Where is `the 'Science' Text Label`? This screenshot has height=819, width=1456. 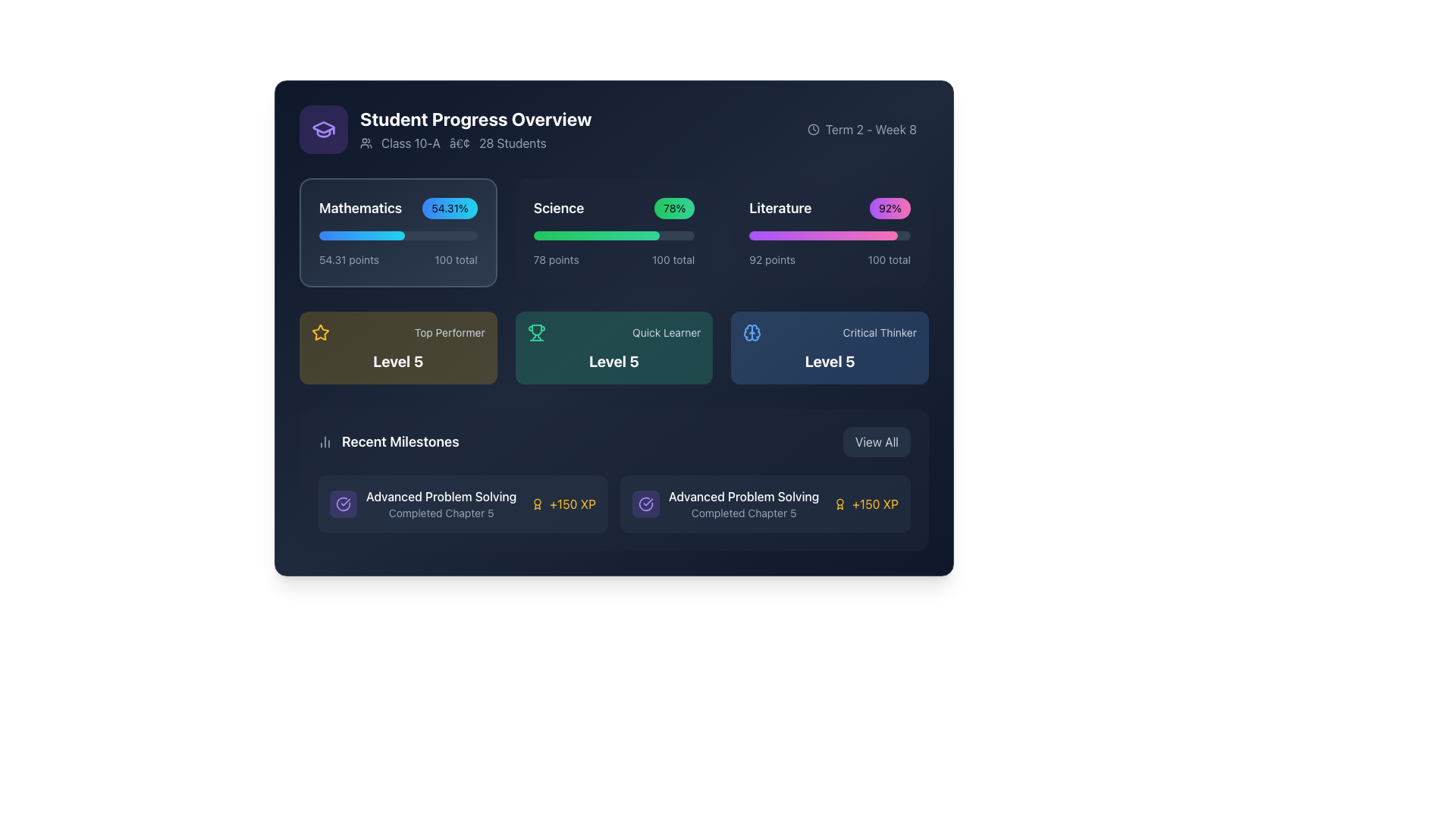 the 'Science' Text Label is located at coordinates (557, 208).